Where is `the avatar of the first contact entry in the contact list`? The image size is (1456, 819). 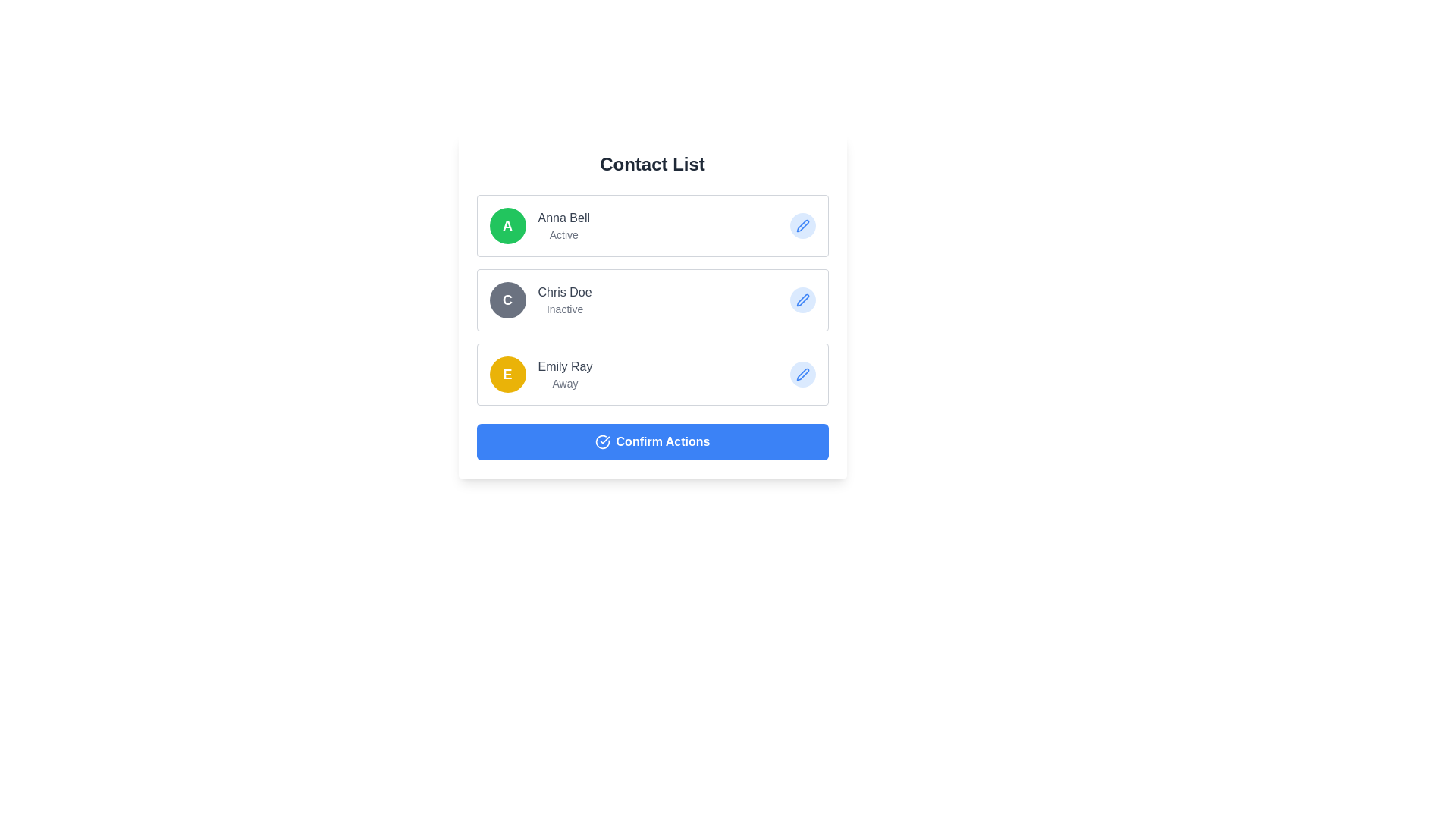
the avatar of the first contact entry in the contact list is located at coordinates (652, 225).